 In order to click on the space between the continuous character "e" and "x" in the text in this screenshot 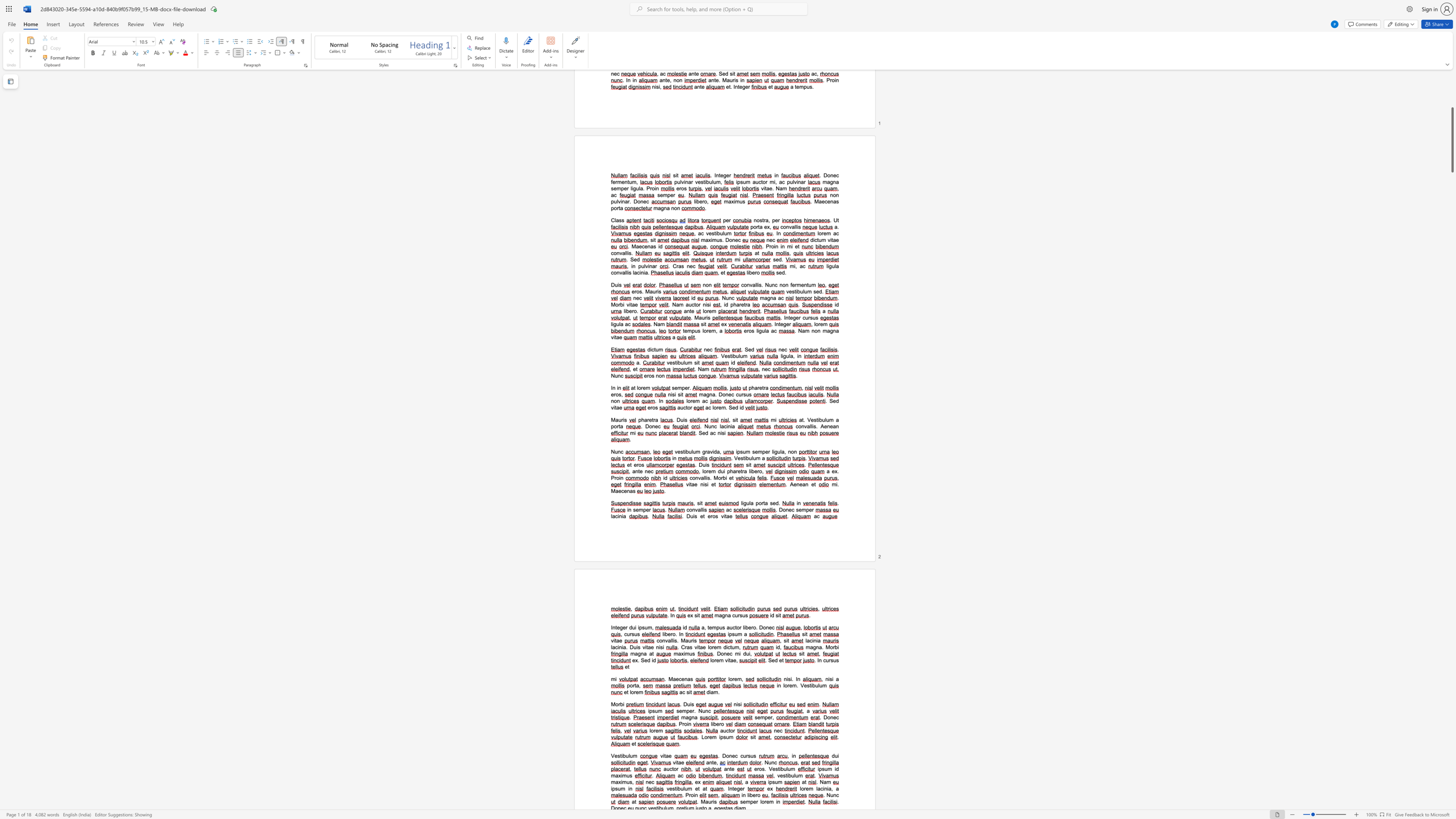, I will do `click(635, 660)`.